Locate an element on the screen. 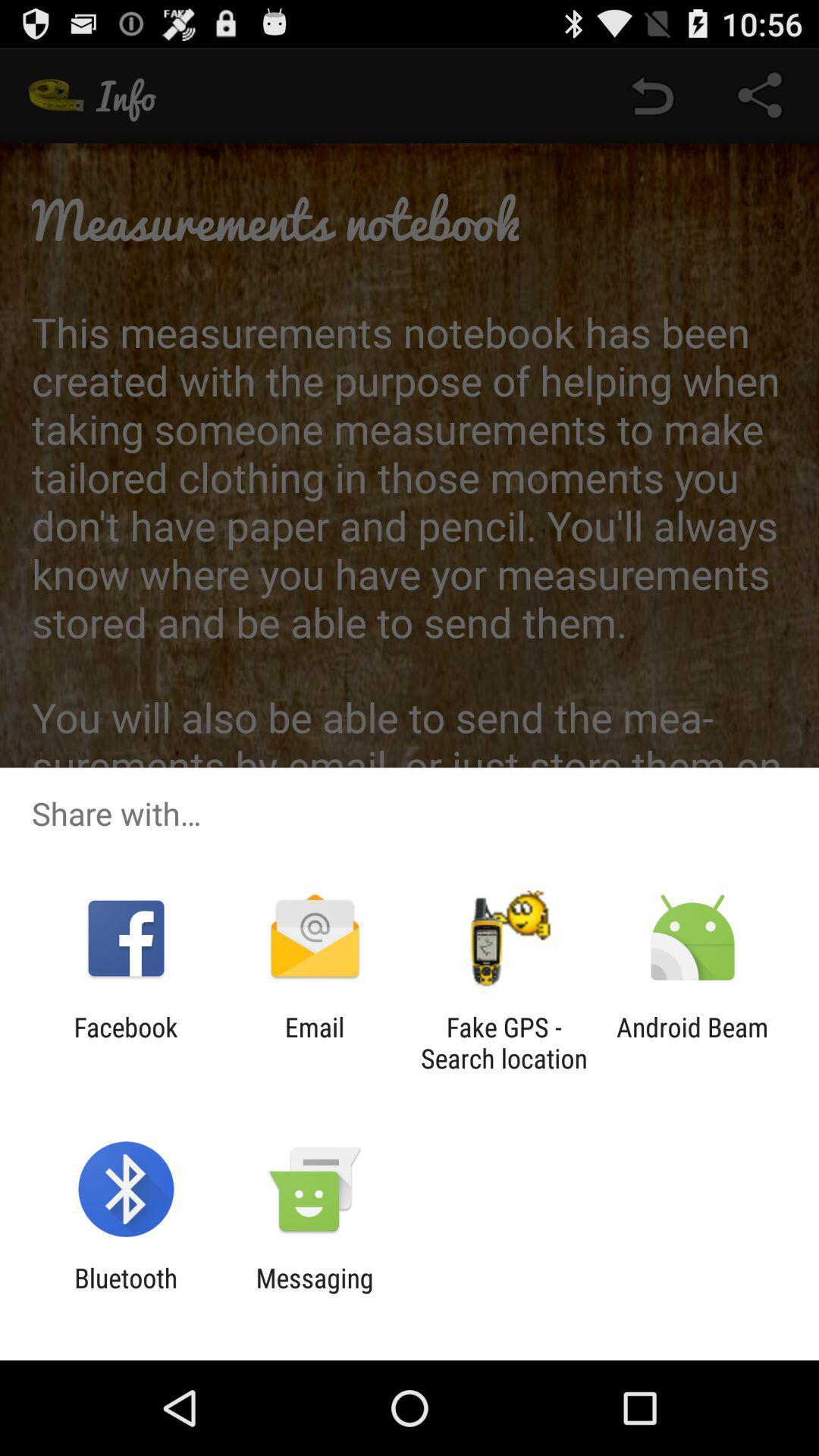  the item next to the android beam app is located at coordinates (504, 1042).